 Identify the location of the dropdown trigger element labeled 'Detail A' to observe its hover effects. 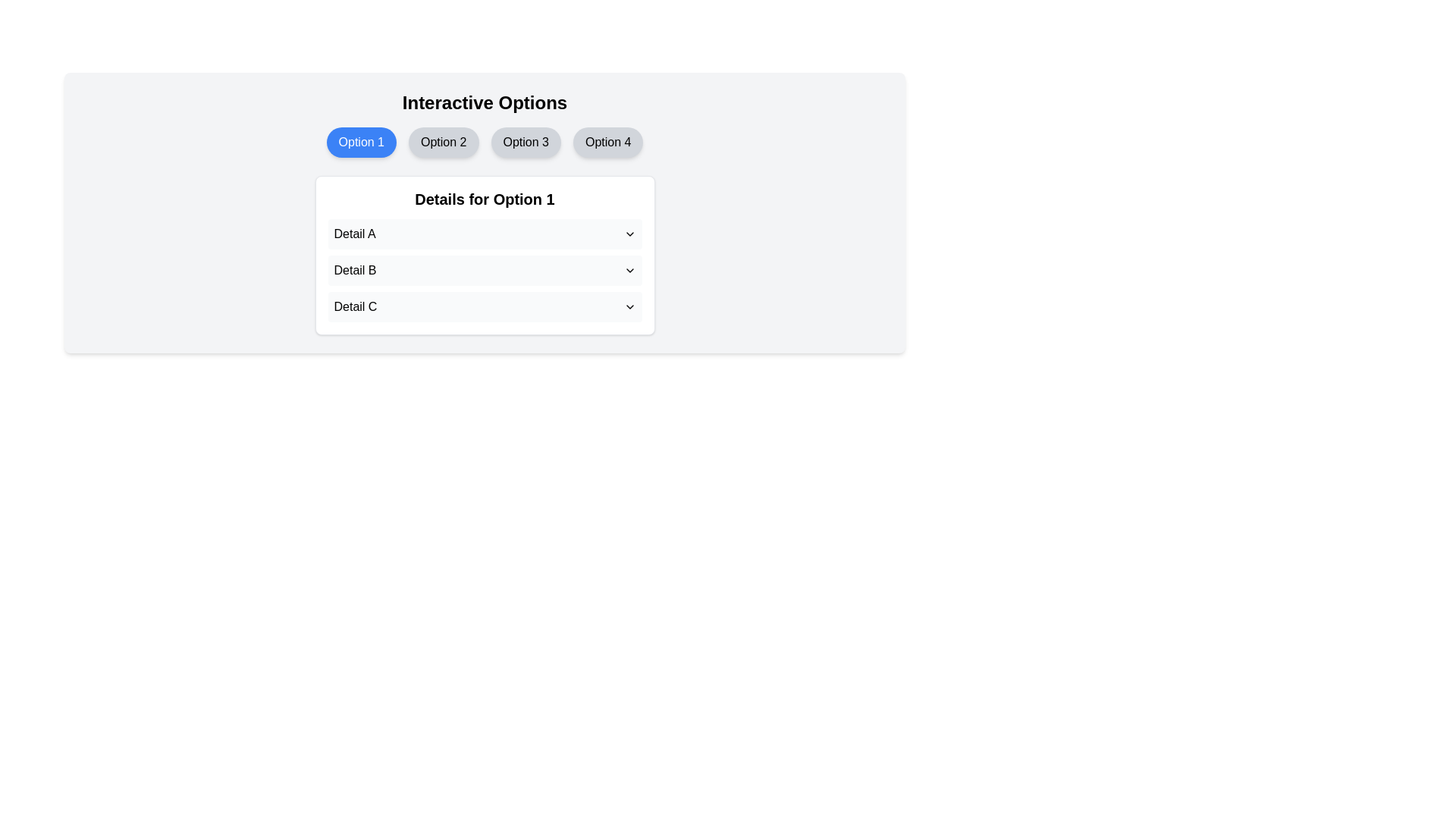
(484, 234).